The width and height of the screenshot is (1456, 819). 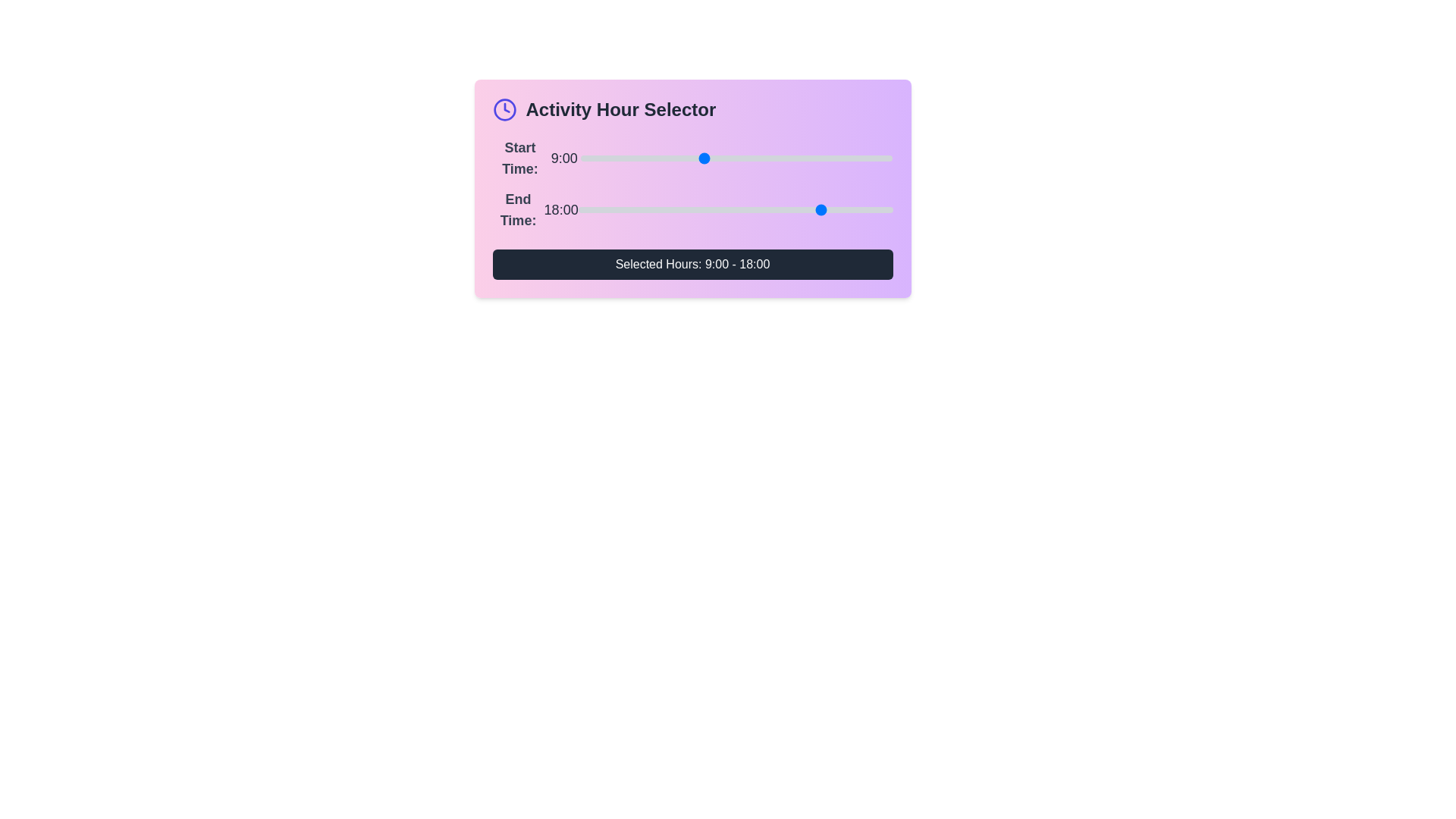 What do you see at coordinates (687, 210) in the screenshot?
I see `the end time slider to set the hour to 8` at bounding box center [687, 210].